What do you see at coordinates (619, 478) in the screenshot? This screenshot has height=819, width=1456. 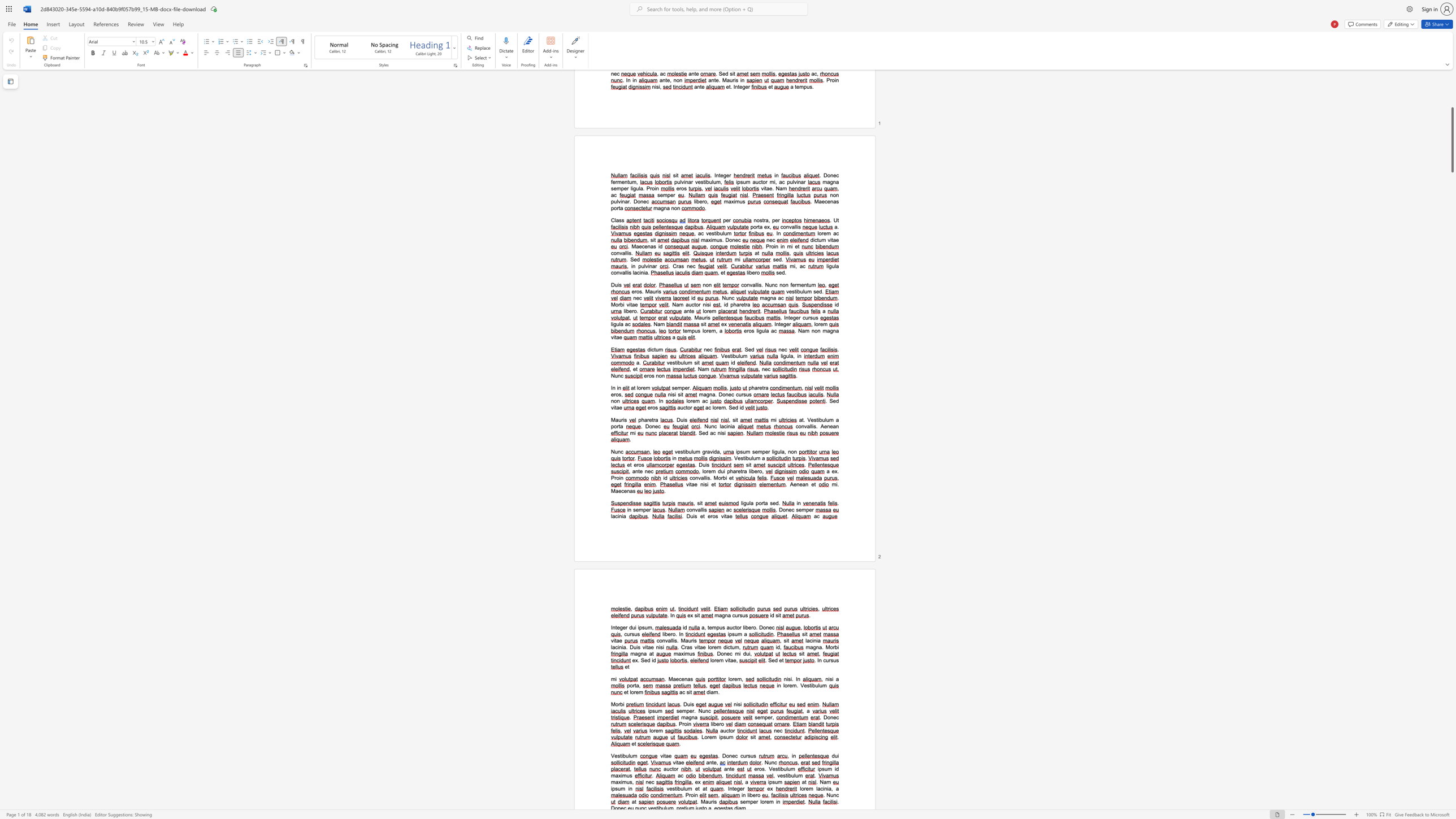 I see `the 1th character "i" in the text` at bounding box center [619, 478].